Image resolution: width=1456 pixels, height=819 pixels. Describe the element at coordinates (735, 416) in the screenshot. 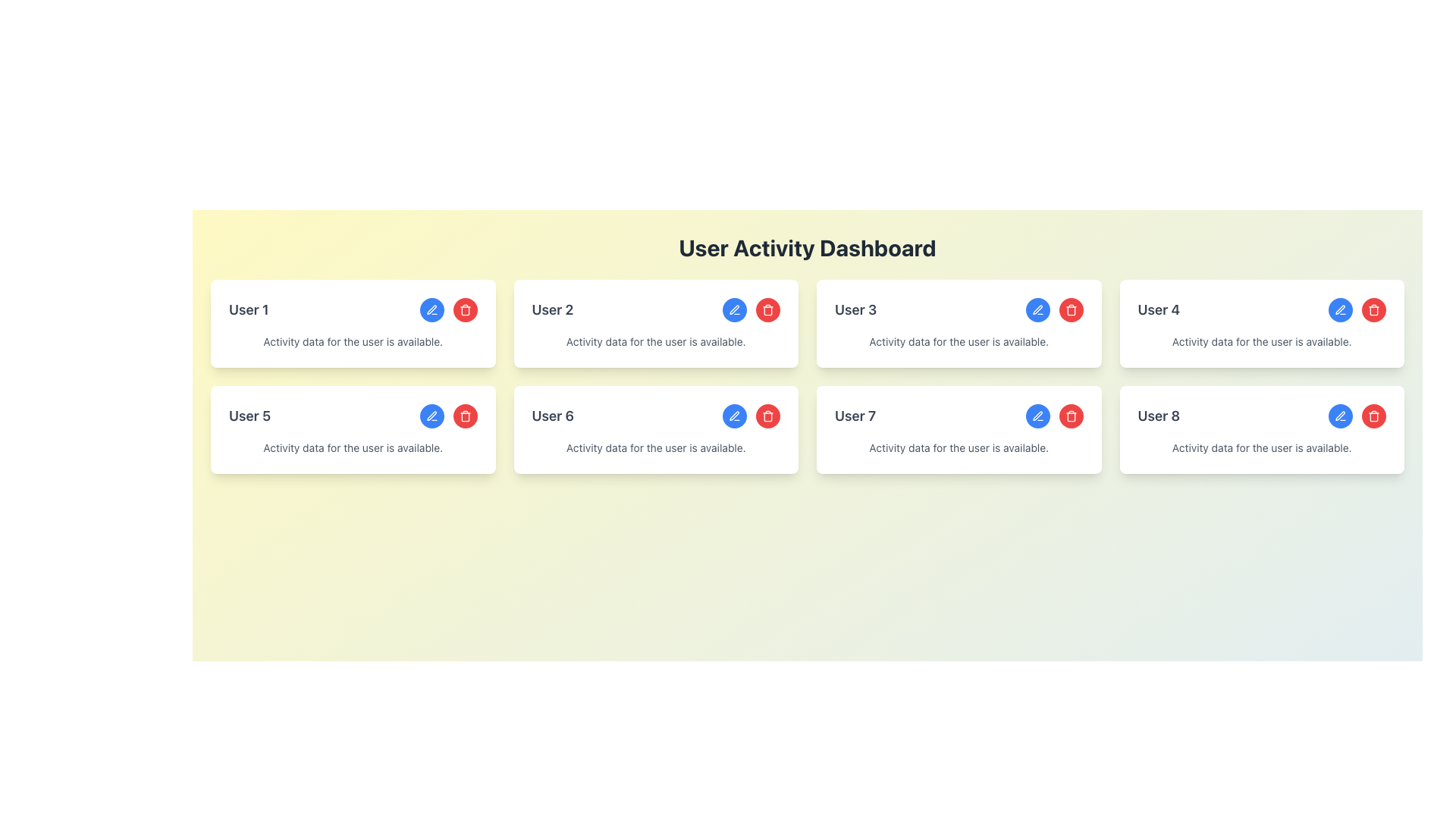

I see `the editing button for 'User 6'` at that location.